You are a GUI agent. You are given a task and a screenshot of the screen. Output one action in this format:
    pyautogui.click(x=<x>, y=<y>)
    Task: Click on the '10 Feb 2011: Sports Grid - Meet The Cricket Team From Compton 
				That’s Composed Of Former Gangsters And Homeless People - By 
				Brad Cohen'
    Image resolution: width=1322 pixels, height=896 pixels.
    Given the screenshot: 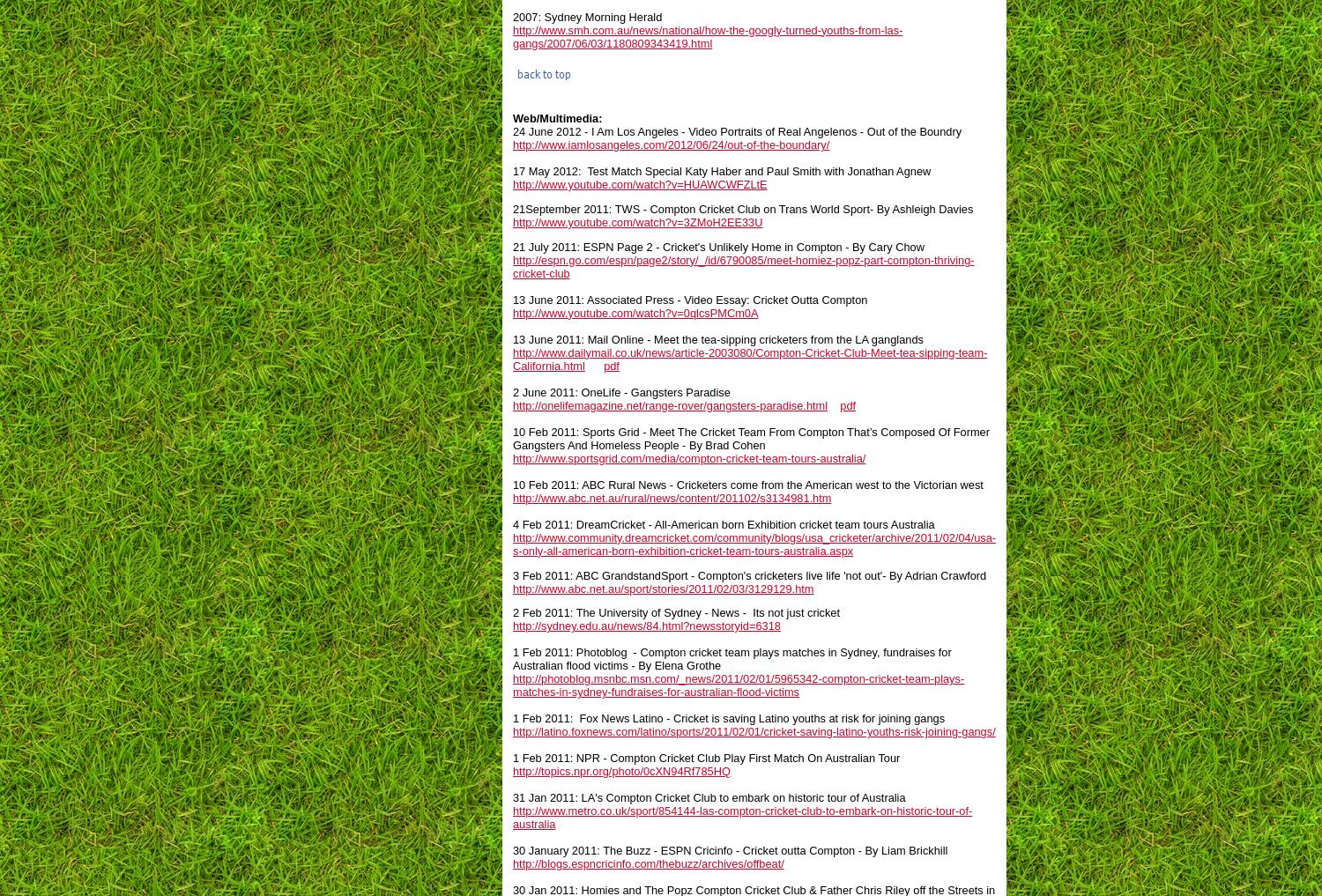 What is the action you would take?
    pyautogui.click(x=750, y=437)
    